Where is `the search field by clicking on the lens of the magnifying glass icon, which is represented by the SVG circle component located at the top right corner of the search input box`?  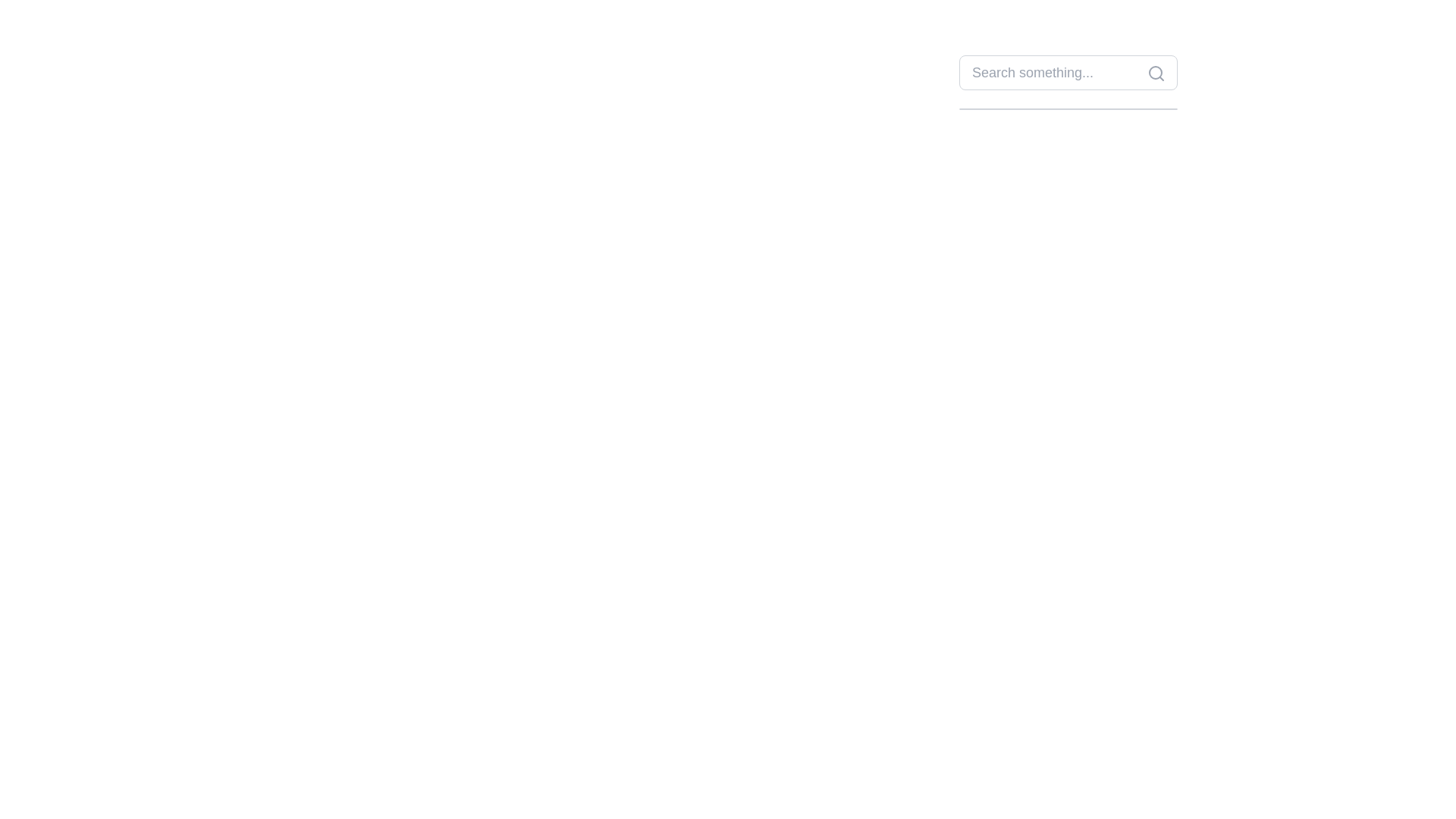 the search field by clicking on the lens of the magnifying glass icon, which is represented by the SVG circle component located at the top right corner of the search input box is located at coordinates (1154, 73).